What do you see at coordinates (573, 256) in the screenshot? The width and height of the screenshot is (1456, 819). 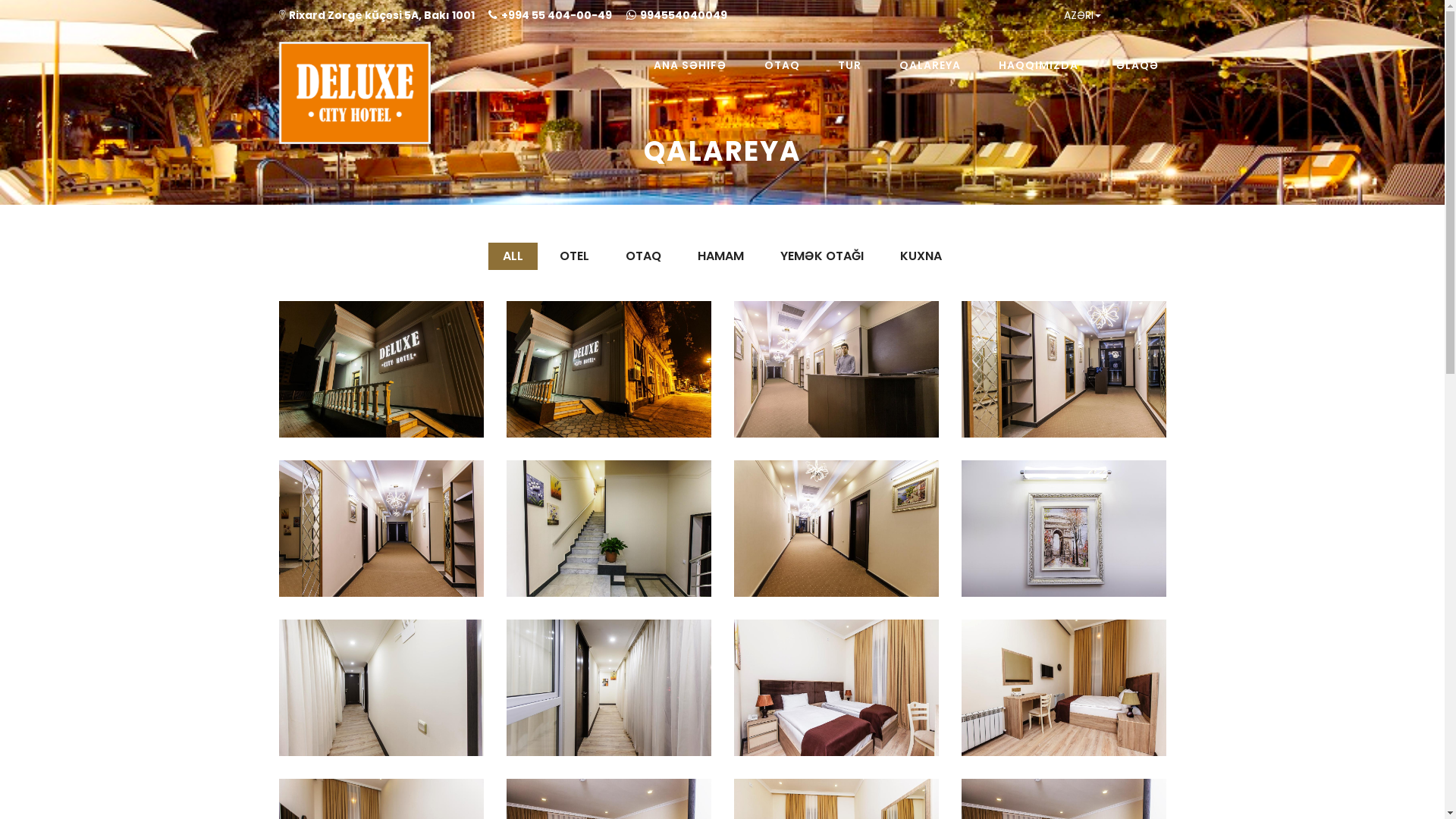 I see `'OTEL'` at bounding box center [573, 256].